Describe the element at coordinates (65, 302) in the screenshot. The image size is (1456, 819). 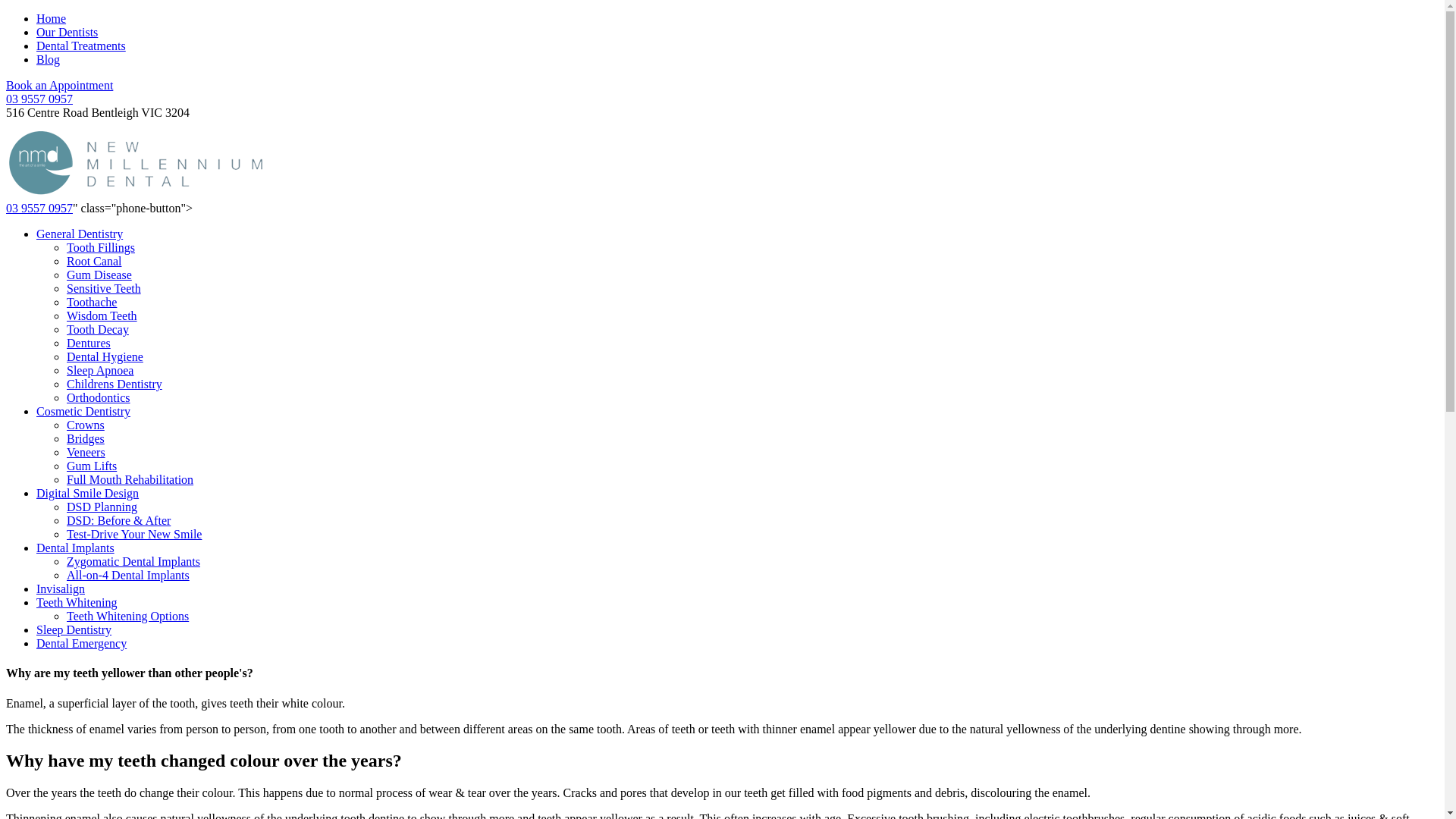
I see `'Toothache'` at that location.